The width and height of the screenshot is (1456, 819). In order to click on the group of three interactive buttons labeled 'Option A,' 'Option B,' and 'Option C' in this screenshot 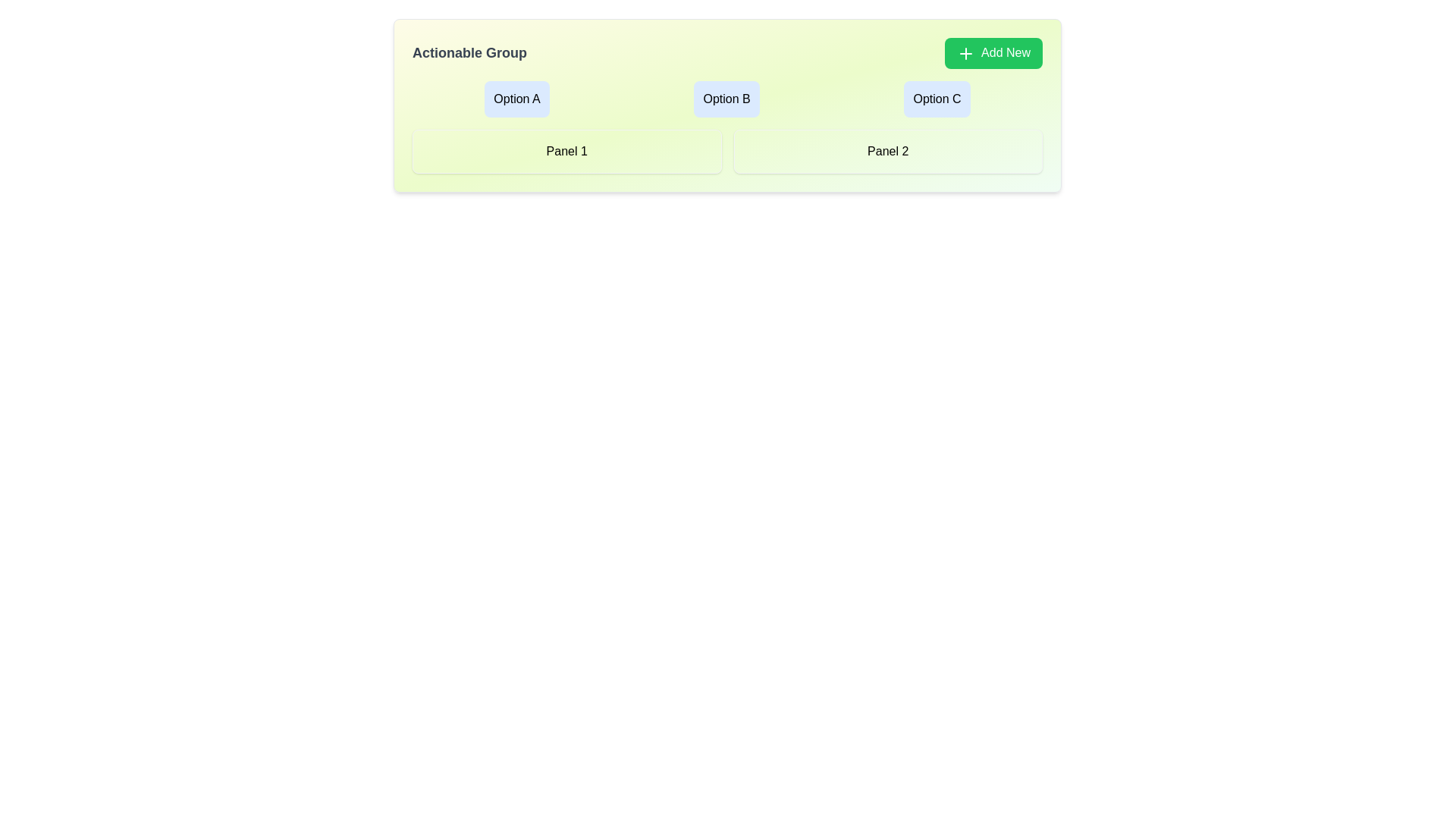, I will do `click(726, 99)`.